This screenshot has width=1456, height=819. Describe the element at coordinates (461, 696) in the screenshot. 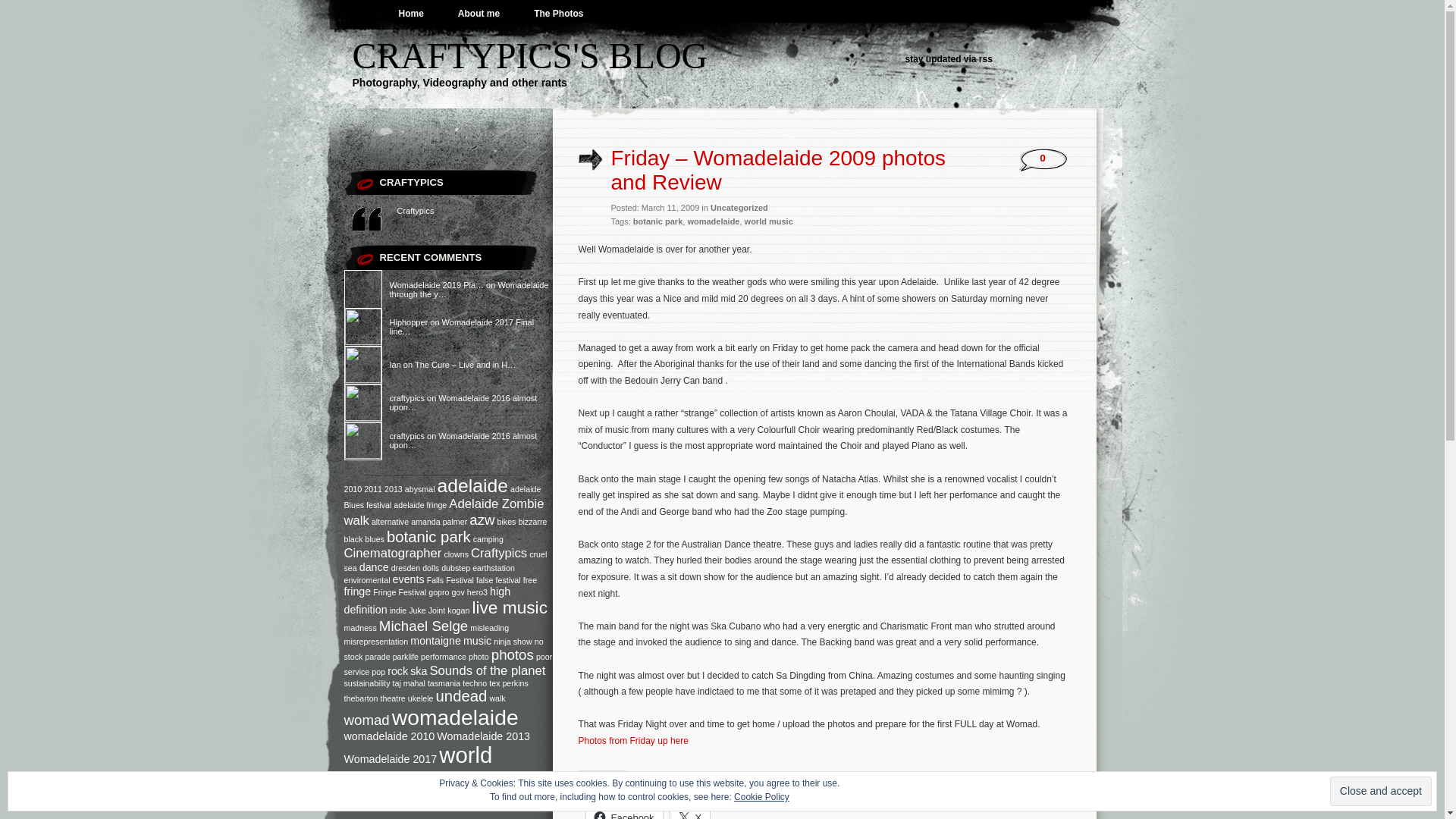

I see `'undead'` at that location.